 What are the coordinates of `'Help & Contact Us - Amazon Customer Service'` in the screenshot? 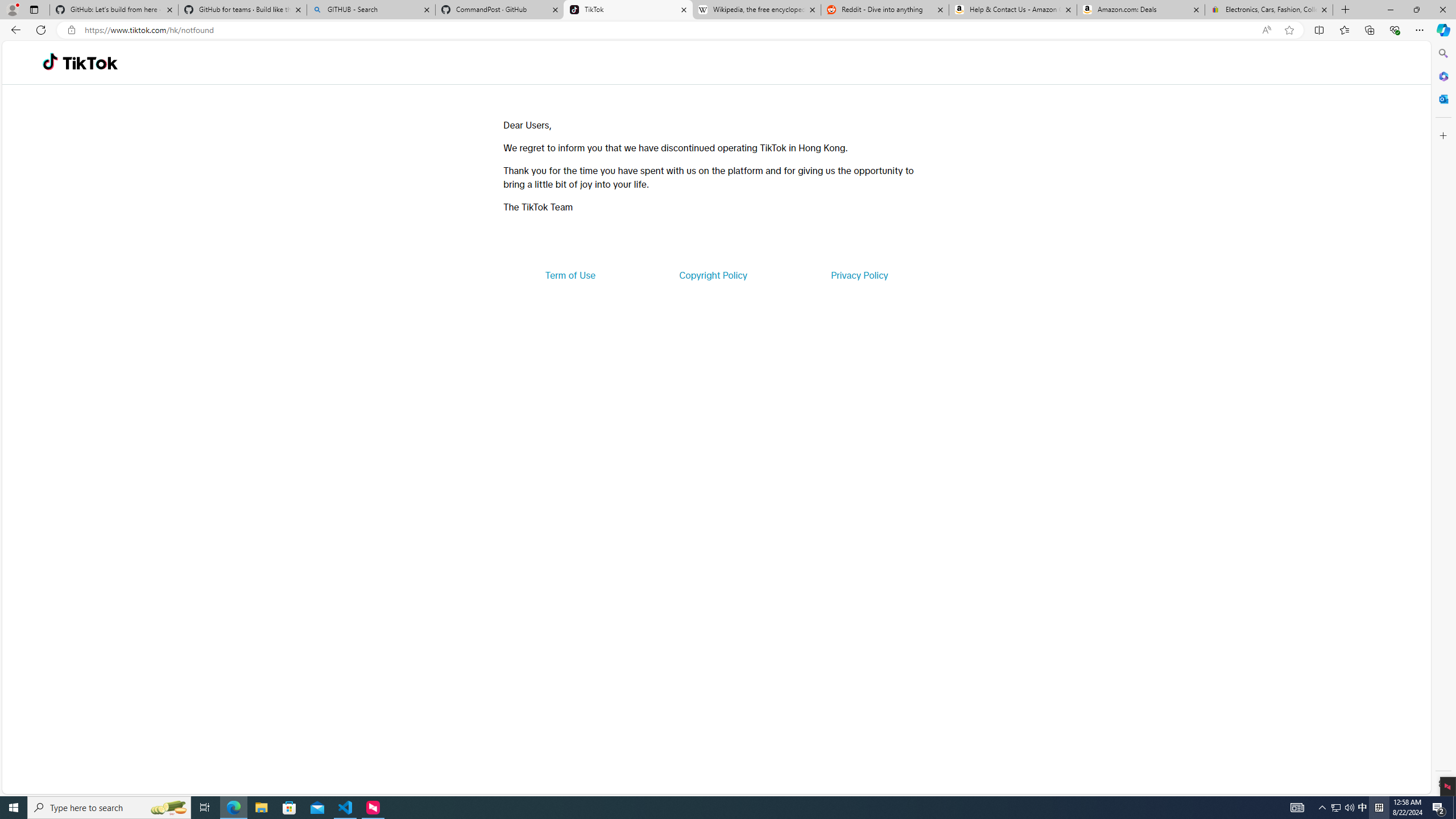 It's located at (1012, 9).